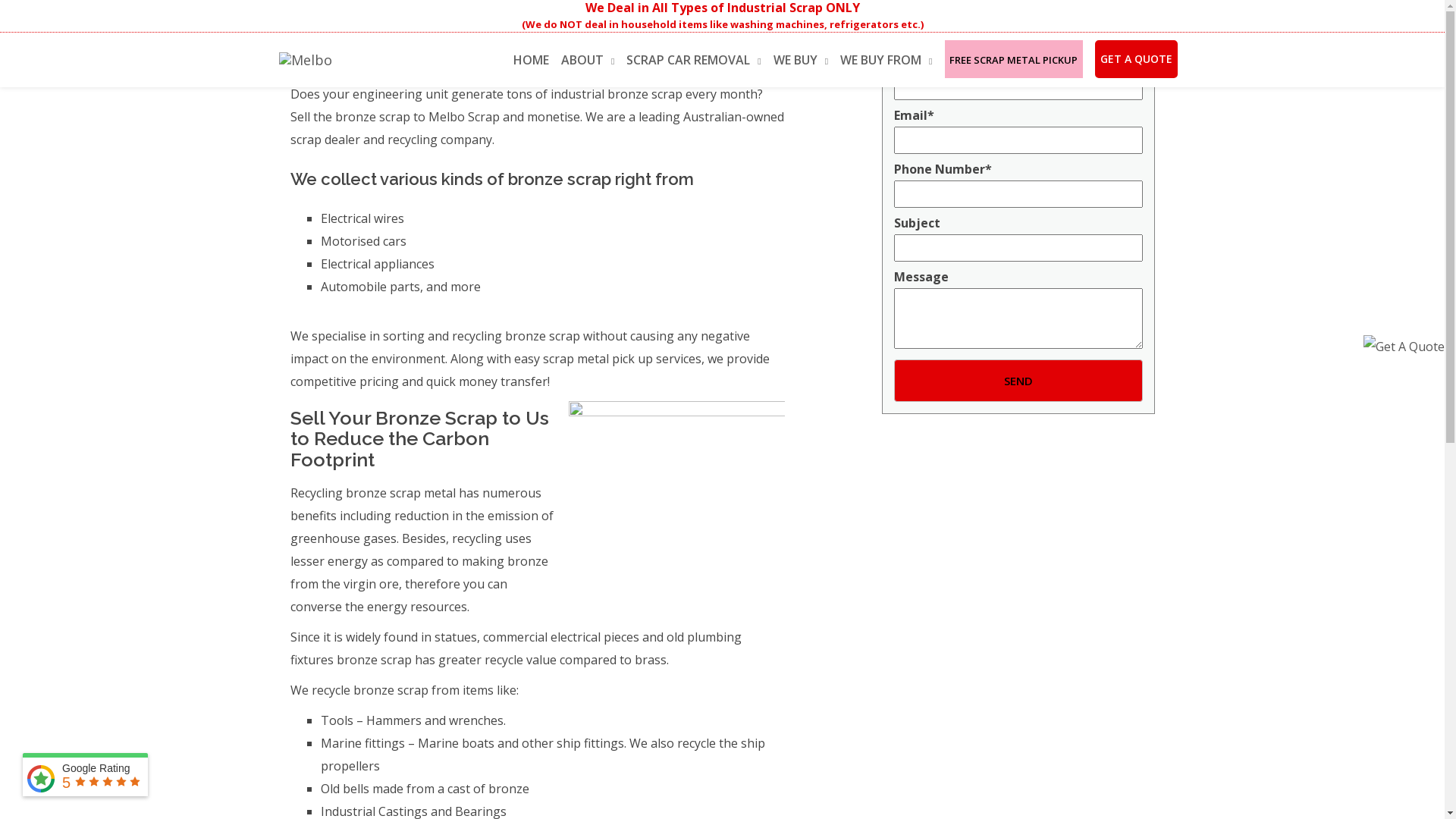 The image size is (1456, 819). I want to click on 'SCRAP CAR REMOVAL', so click(692, 58).